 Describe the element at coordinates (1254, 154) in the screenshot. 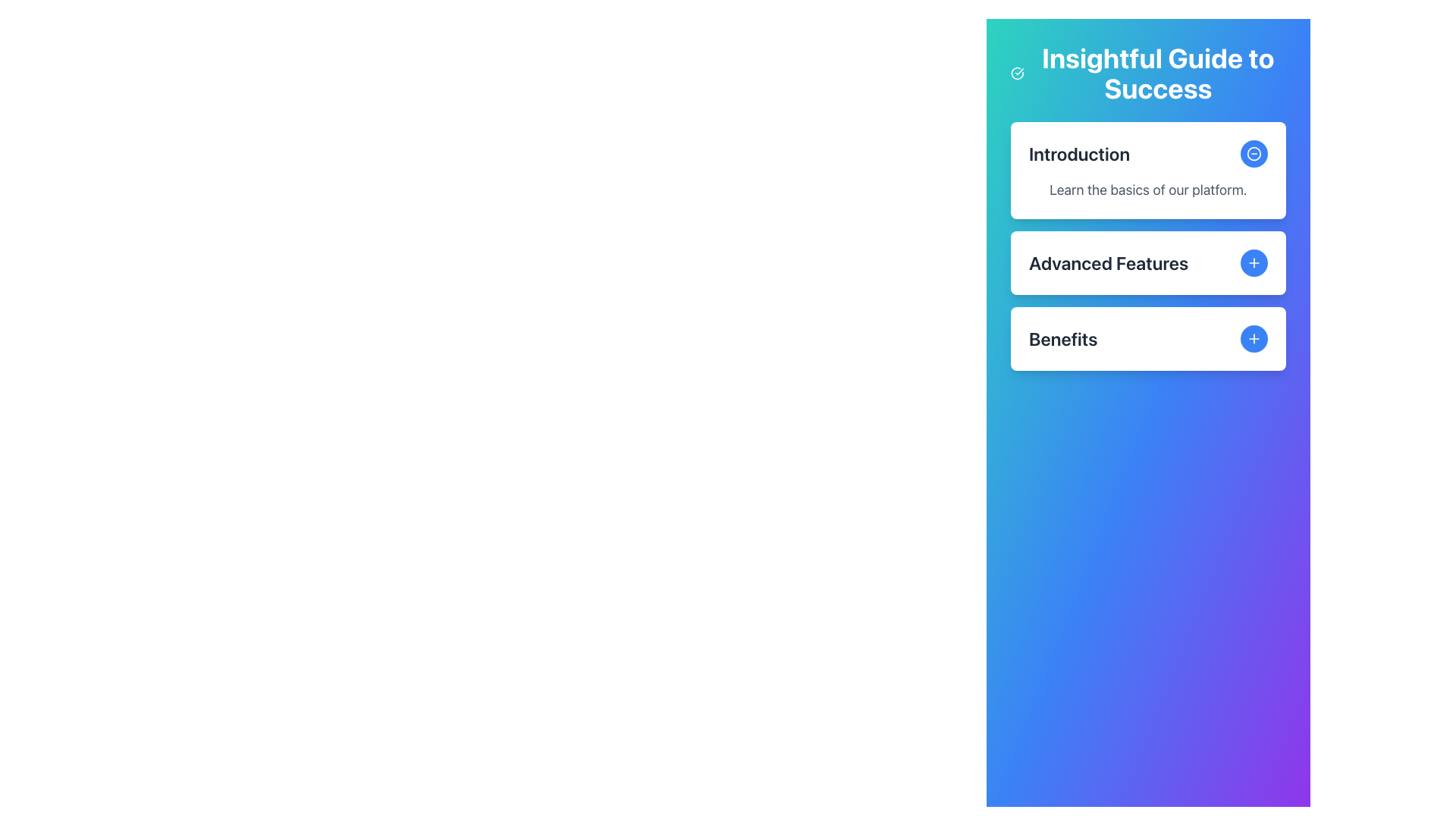

I see `the button that collapses or hides content related to the 'Introduction' section, located to the right of the 'Introduction' text in the first card` at that location.